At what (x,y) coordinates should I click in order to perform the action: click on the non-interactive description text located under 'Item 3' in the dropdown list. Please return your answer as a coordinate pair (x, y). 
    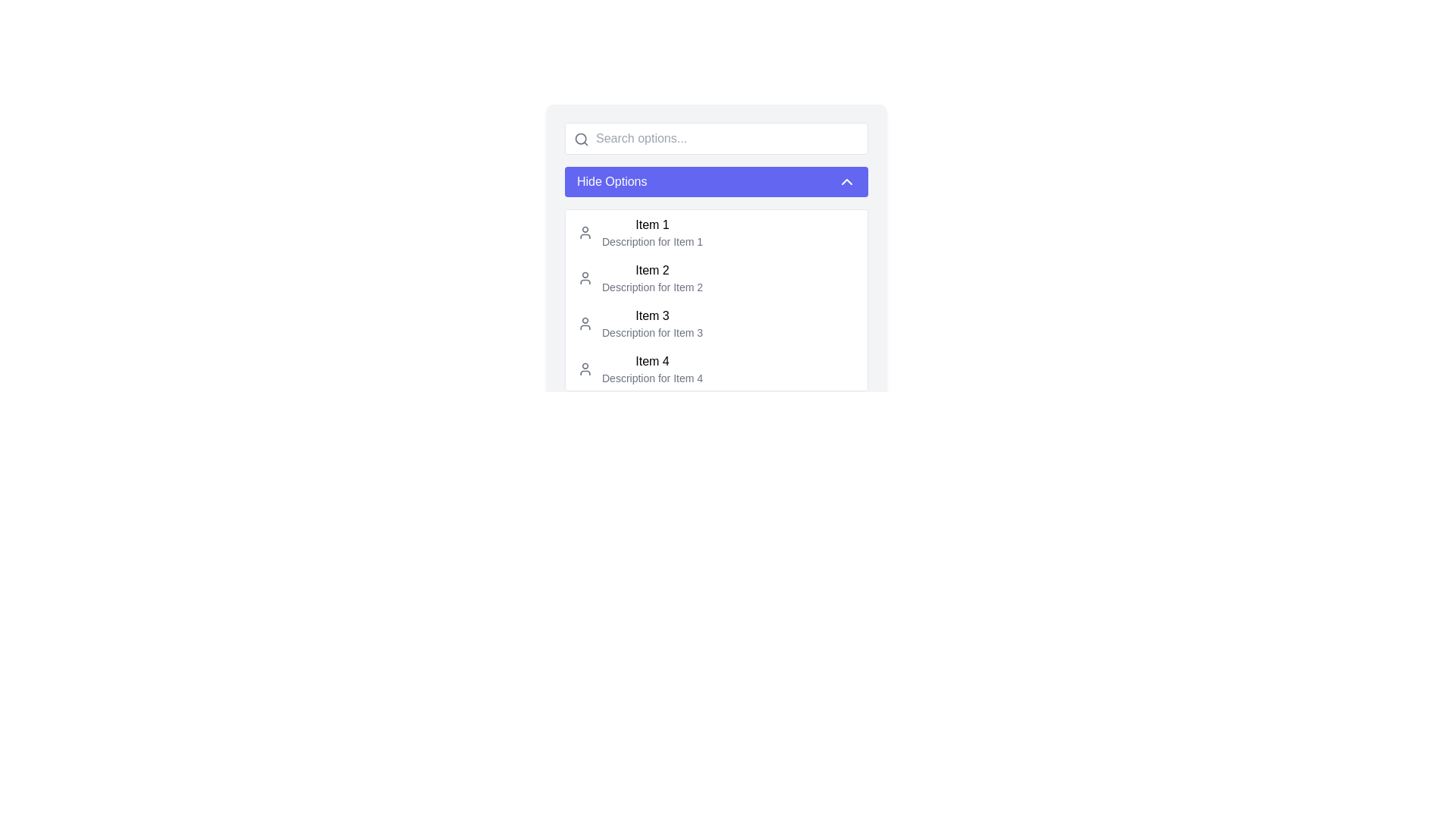
    Looking at the image, I should click on (652, 332).